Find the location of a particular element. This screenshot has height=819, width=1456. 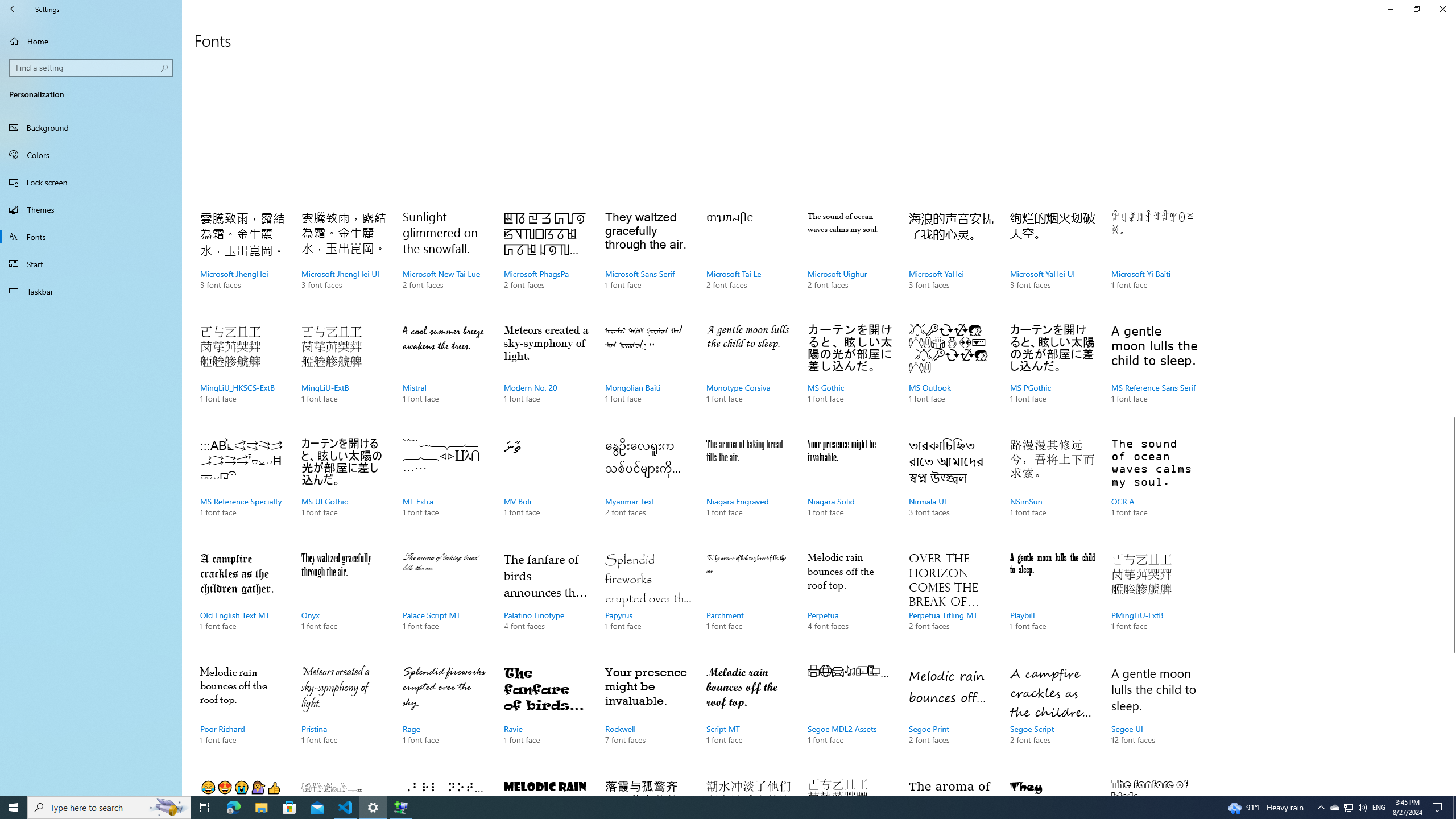

'Segoe UI Historic, 1 font face' is located at coordinates (343, 784).